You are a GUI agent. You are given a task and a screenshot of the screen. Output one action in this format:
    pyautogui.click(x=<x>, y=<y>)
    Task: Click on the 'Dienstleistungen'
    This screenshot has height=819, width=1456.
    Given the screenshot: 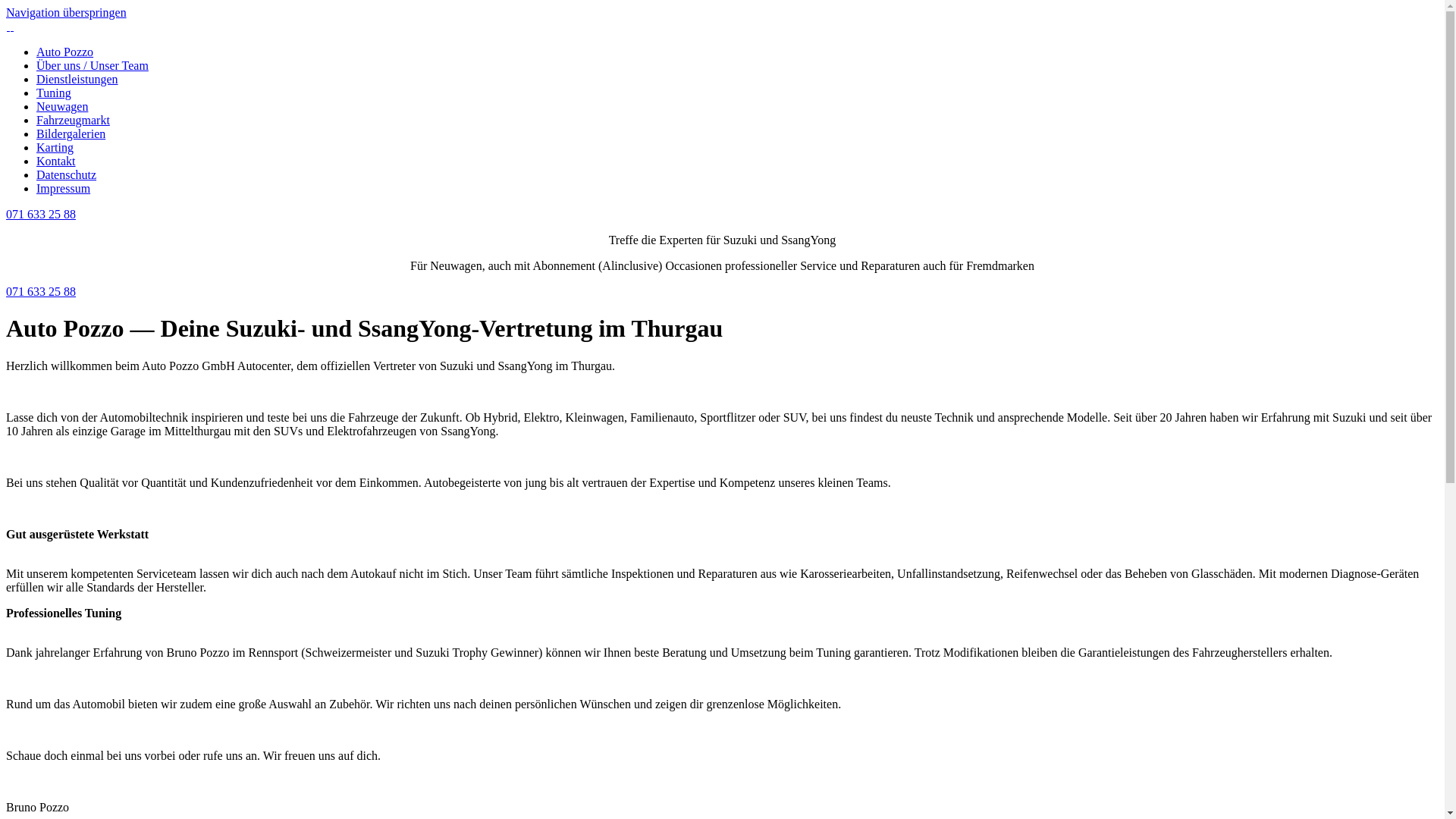 What is the action you would take?
    pyautogui.click(x=76, y=79)
    